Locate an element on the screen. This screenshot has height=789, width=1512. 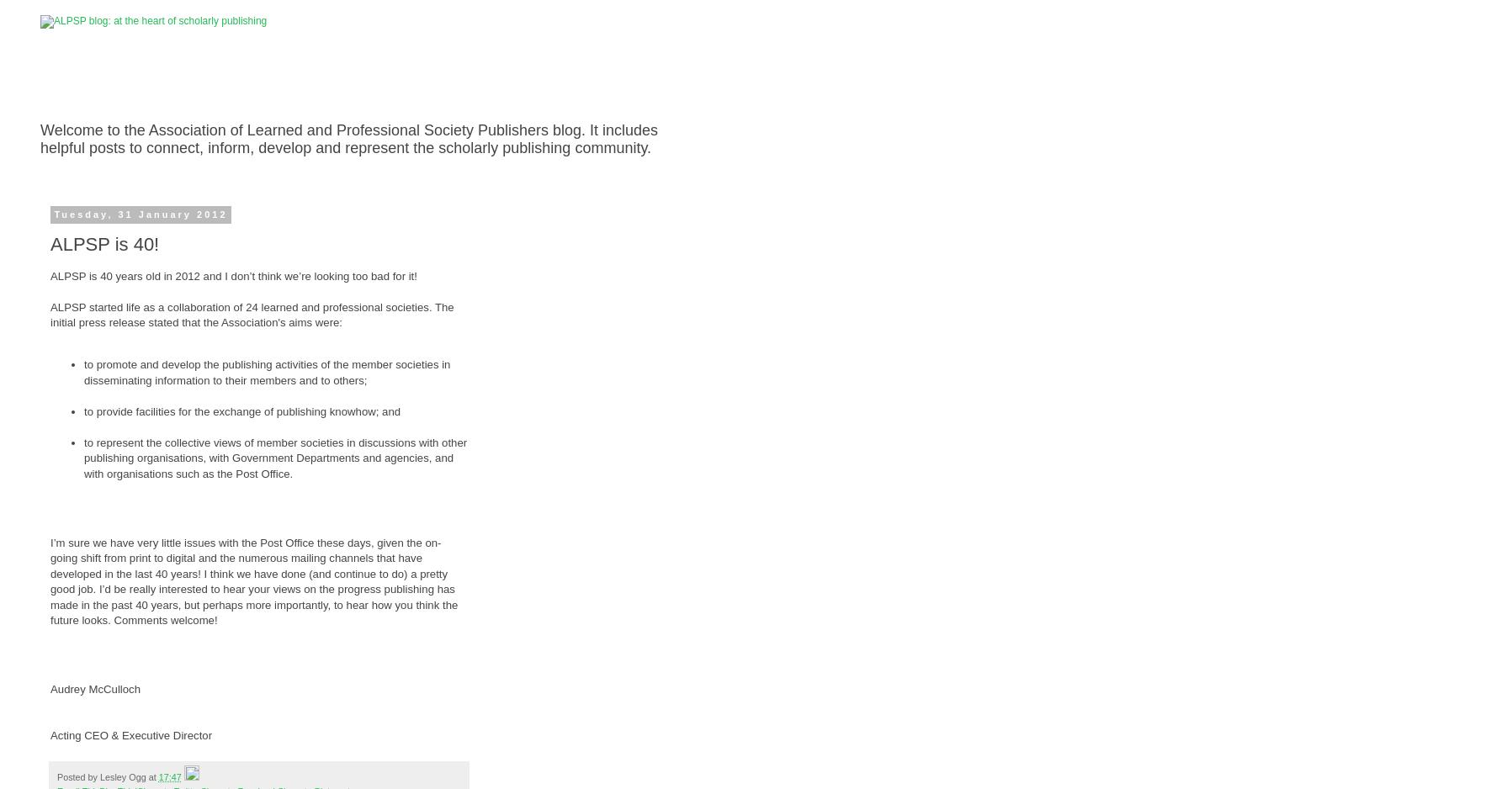
'to represent the collective views of member societies in discussions with other publishing organisations, with Government Departments and agencies, and with organisations such as the Post Office.' is located at coordinates (275, 458).